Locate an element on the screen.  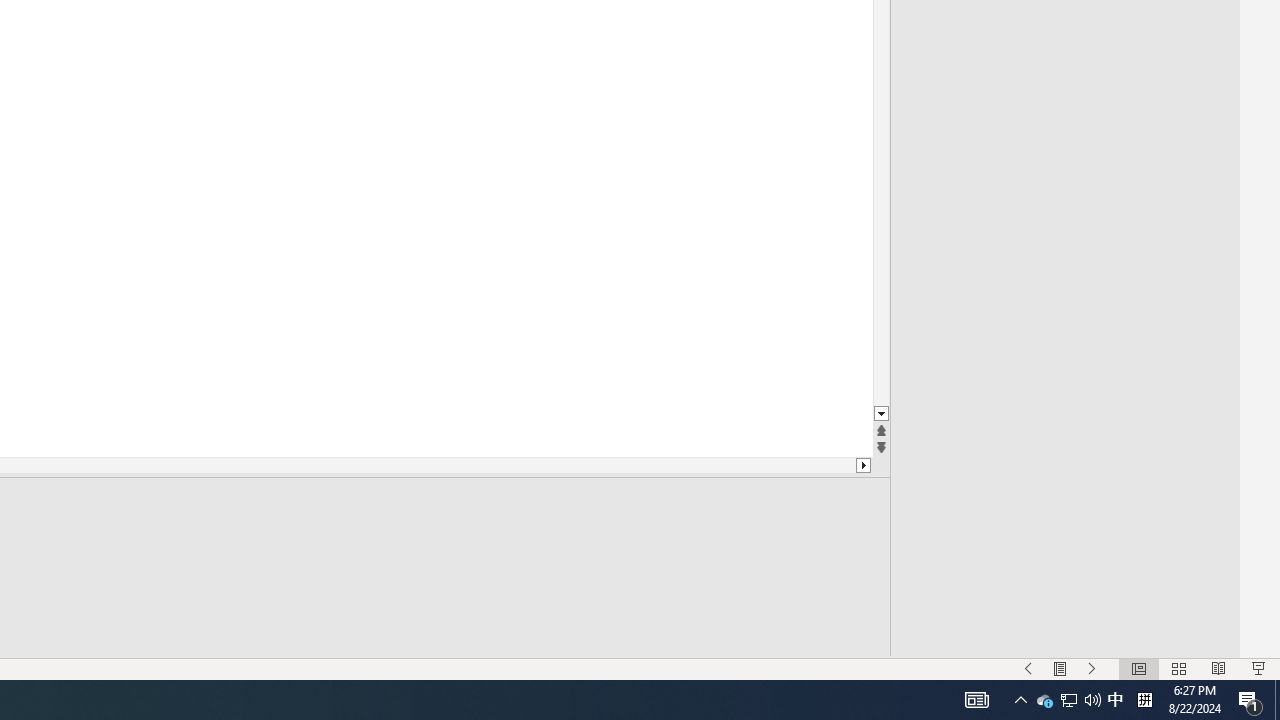
'Slide Show Previous On' is located at coordinates (1028, 669).